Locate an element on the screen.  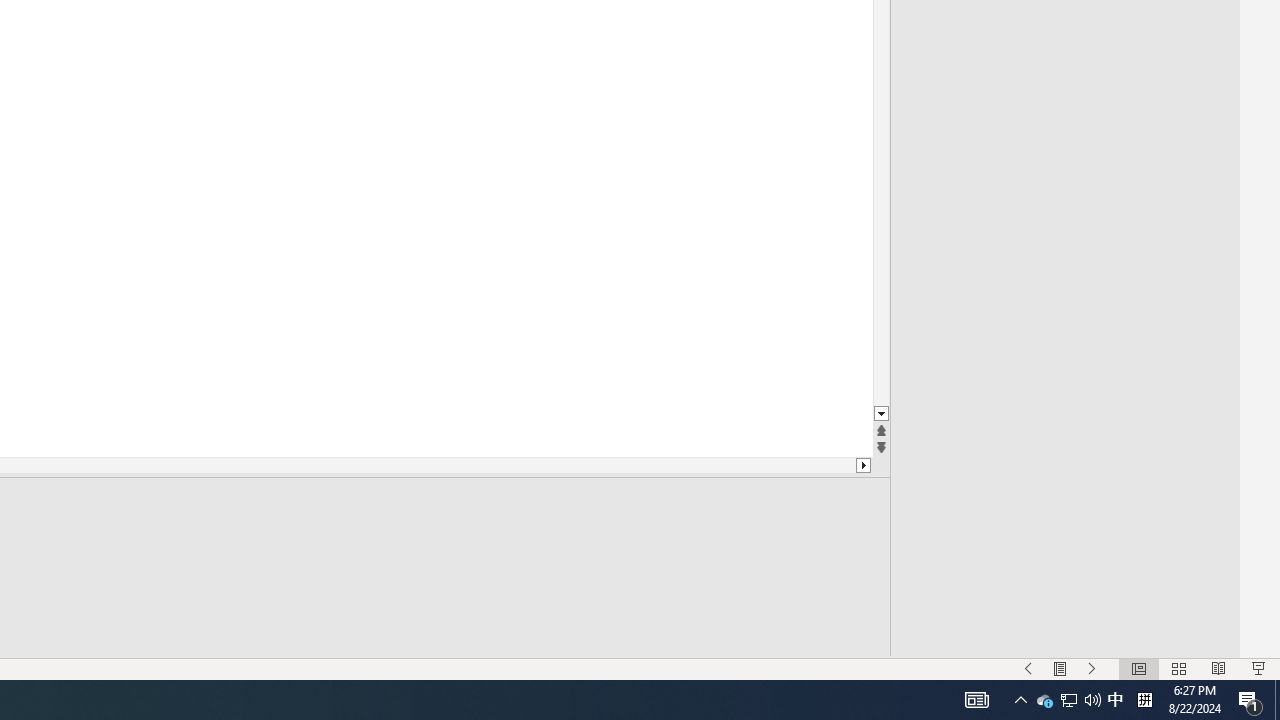
'Slide Show Previous On' is located at coordinates (1028, 669).